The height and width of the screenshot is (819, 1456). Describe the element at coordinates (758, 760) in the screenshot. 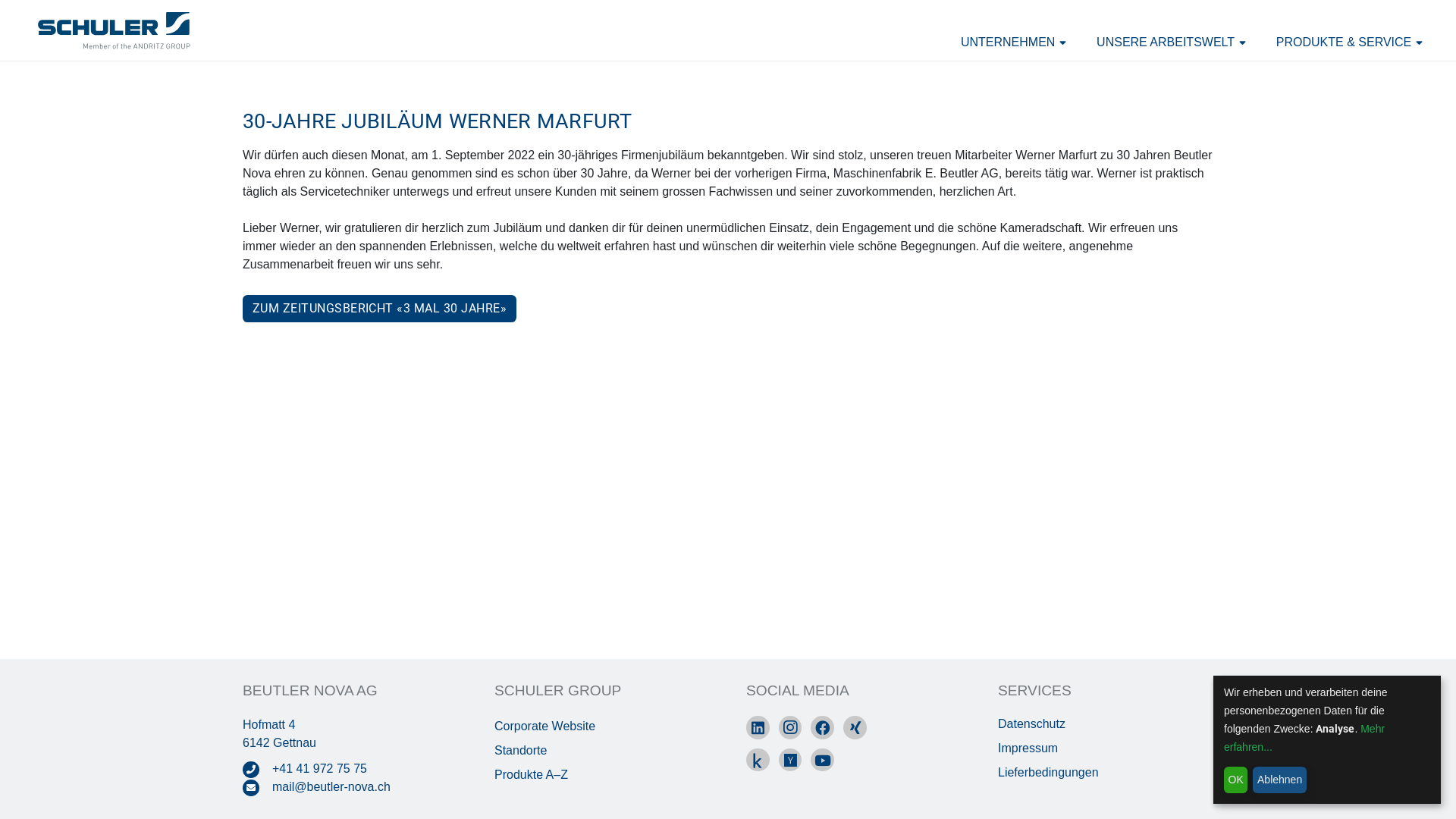

I see `'kununu'` at that location.